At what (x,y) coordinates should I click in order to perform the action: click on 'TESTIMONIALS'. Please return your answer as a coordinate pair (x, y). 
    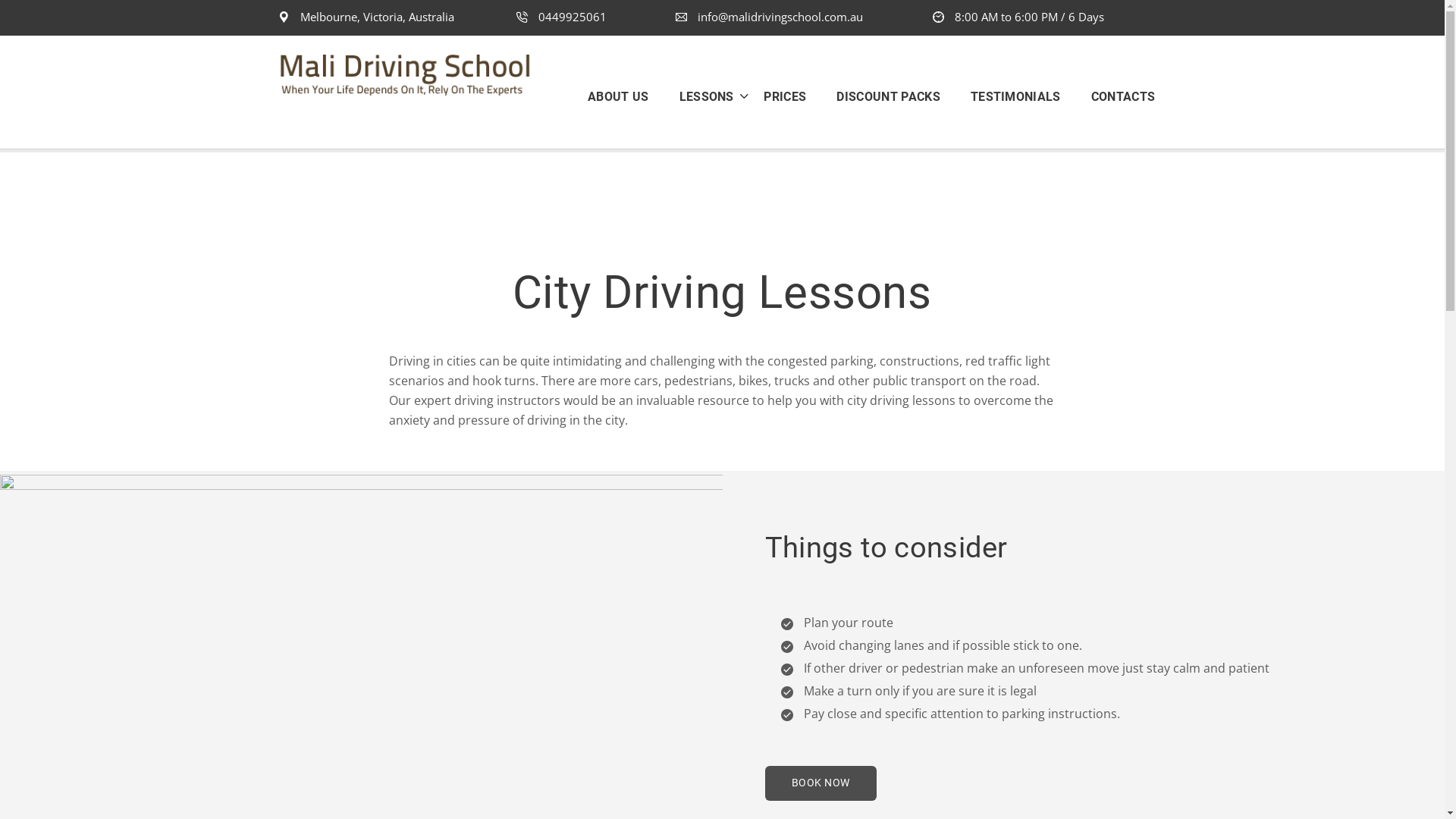
    Looking at the image, I should click on (954, 96).